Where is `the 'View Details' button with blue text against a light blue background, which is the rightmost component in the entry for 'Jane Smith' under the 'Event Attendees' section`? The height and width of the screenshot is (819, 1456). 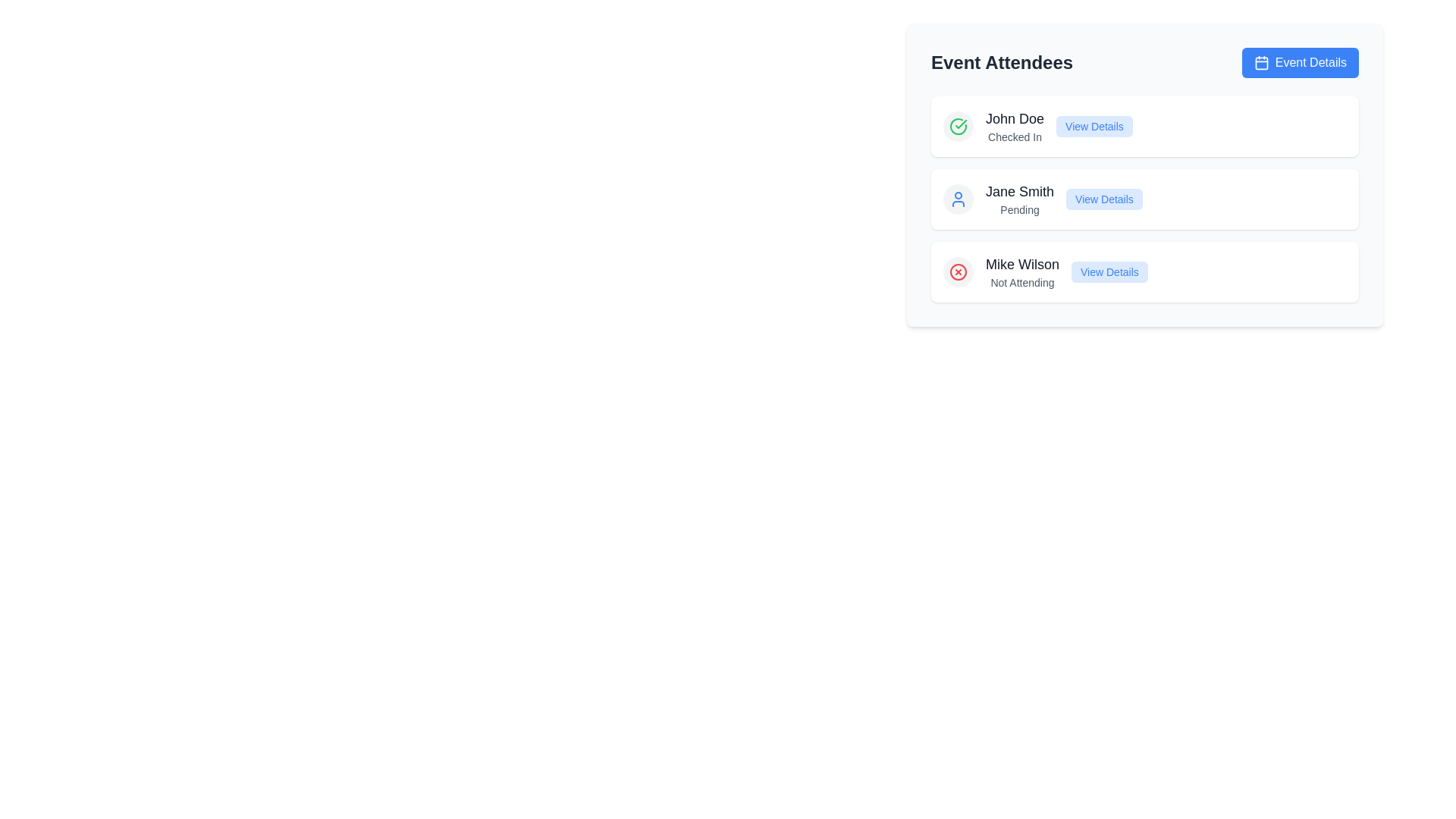
the 'View Details' button with blue text against a light blue background, which is the rightmost component in the entry for 'Jane Smith' under the 'Event Attendees' section is located at coordinates (1103, 198).